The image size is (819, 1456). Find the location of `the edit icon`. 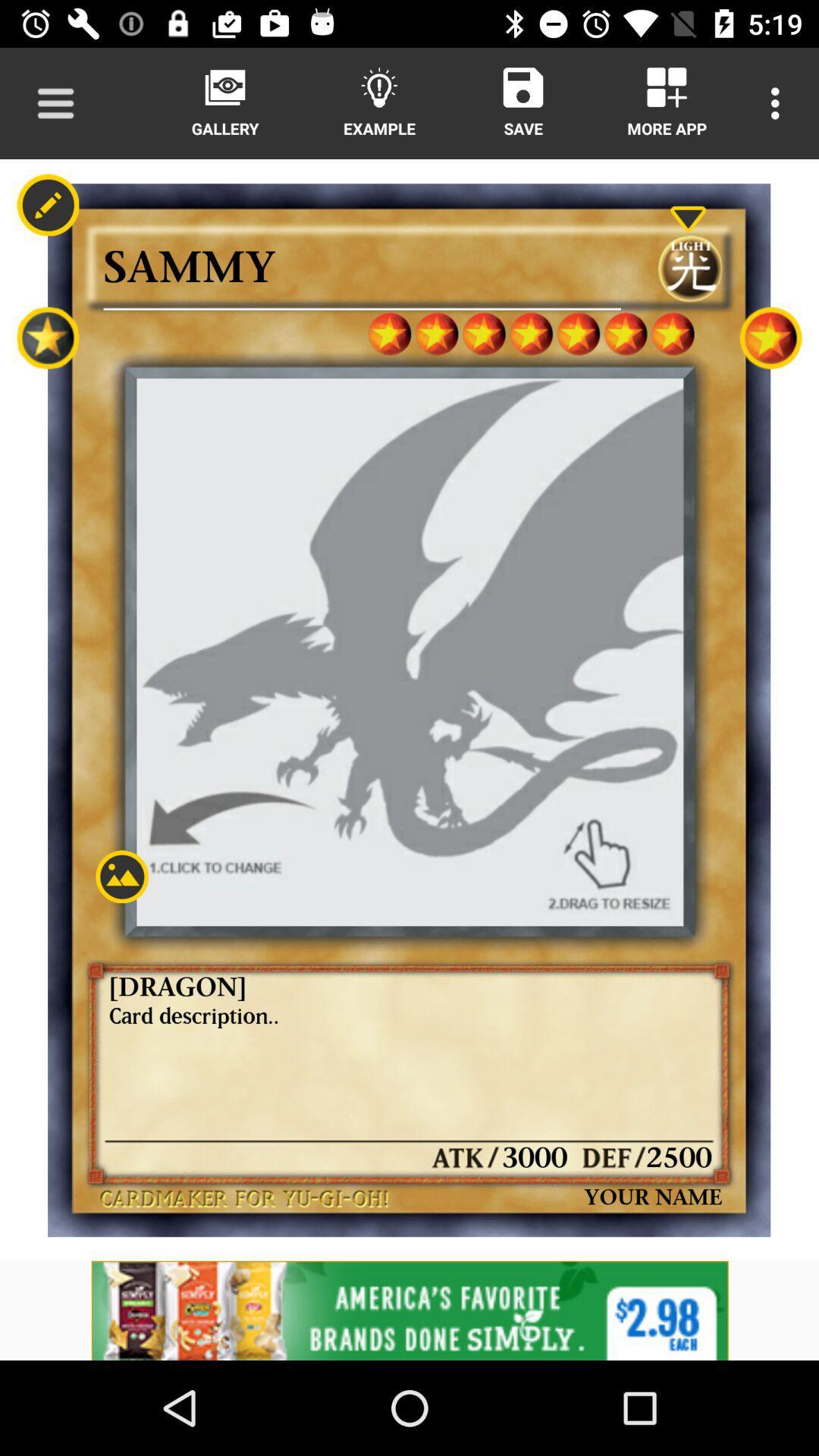

the edit icon is located at coordinates (47, 204).